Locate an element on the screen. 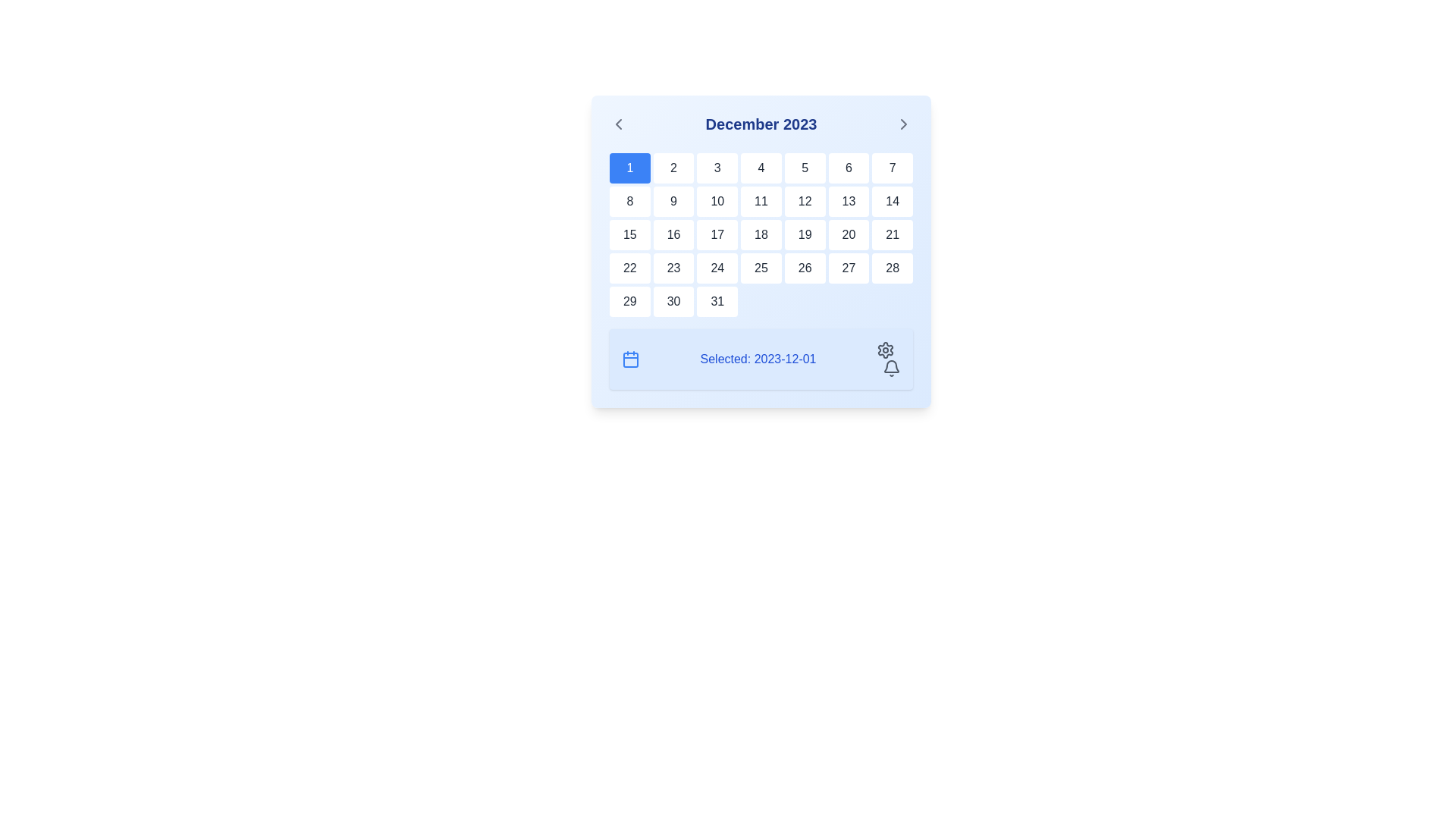 This screenshot has height=819, width=1456. the button representing the 17th day in the displayed calendar month, located in the third cell of the third row of the calendar grid is located at coordinates (717, 234).